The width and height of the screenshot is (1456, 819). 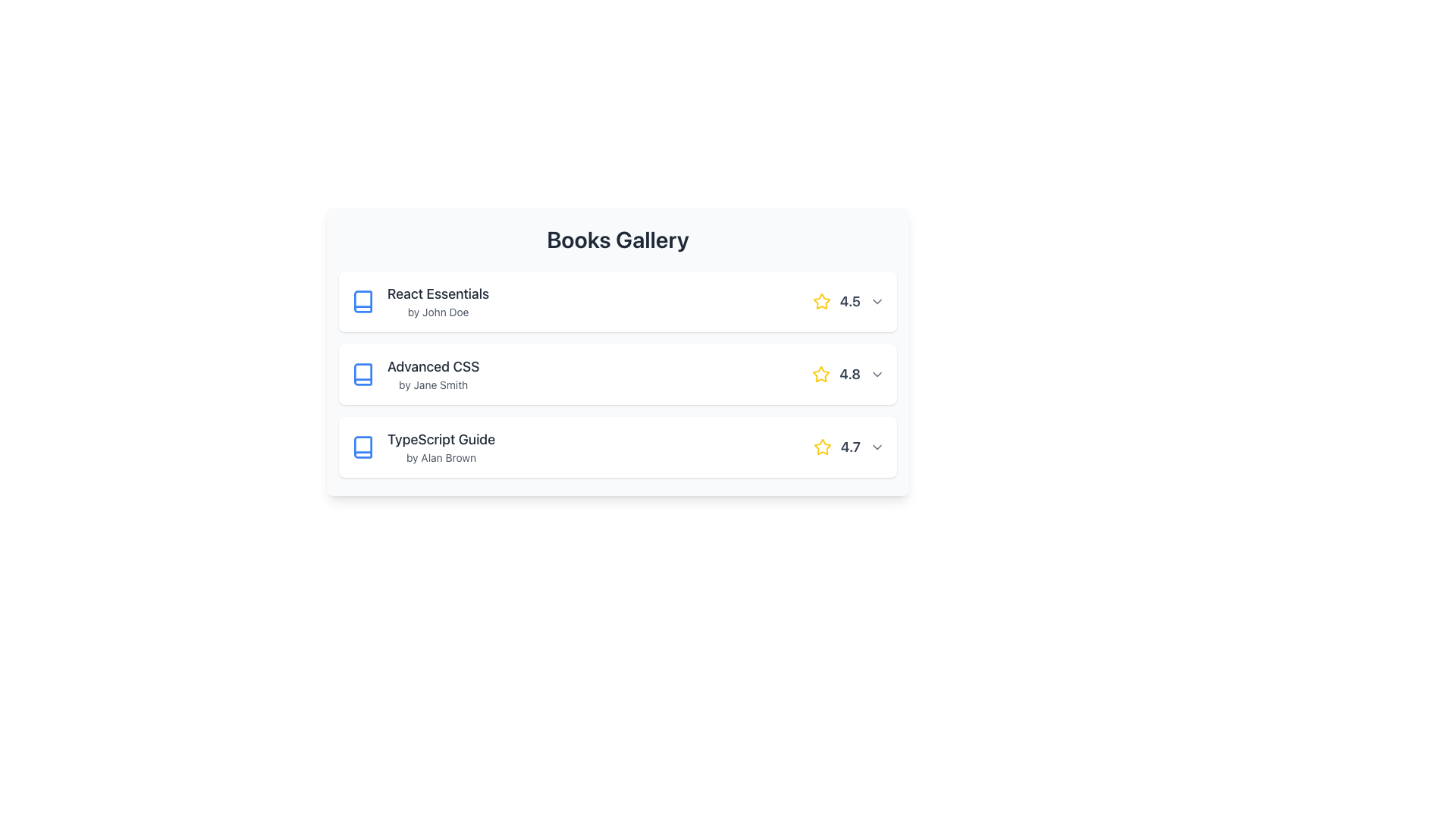 What do you see at coordinates (362, 374) in the screenshot?
I see `the book icon representing the 'Advanced CSS' entry in the list, which is located to the left of the text 'Advanced CSS' and 'by Jane Smith'` at bounding box center [362, 374].